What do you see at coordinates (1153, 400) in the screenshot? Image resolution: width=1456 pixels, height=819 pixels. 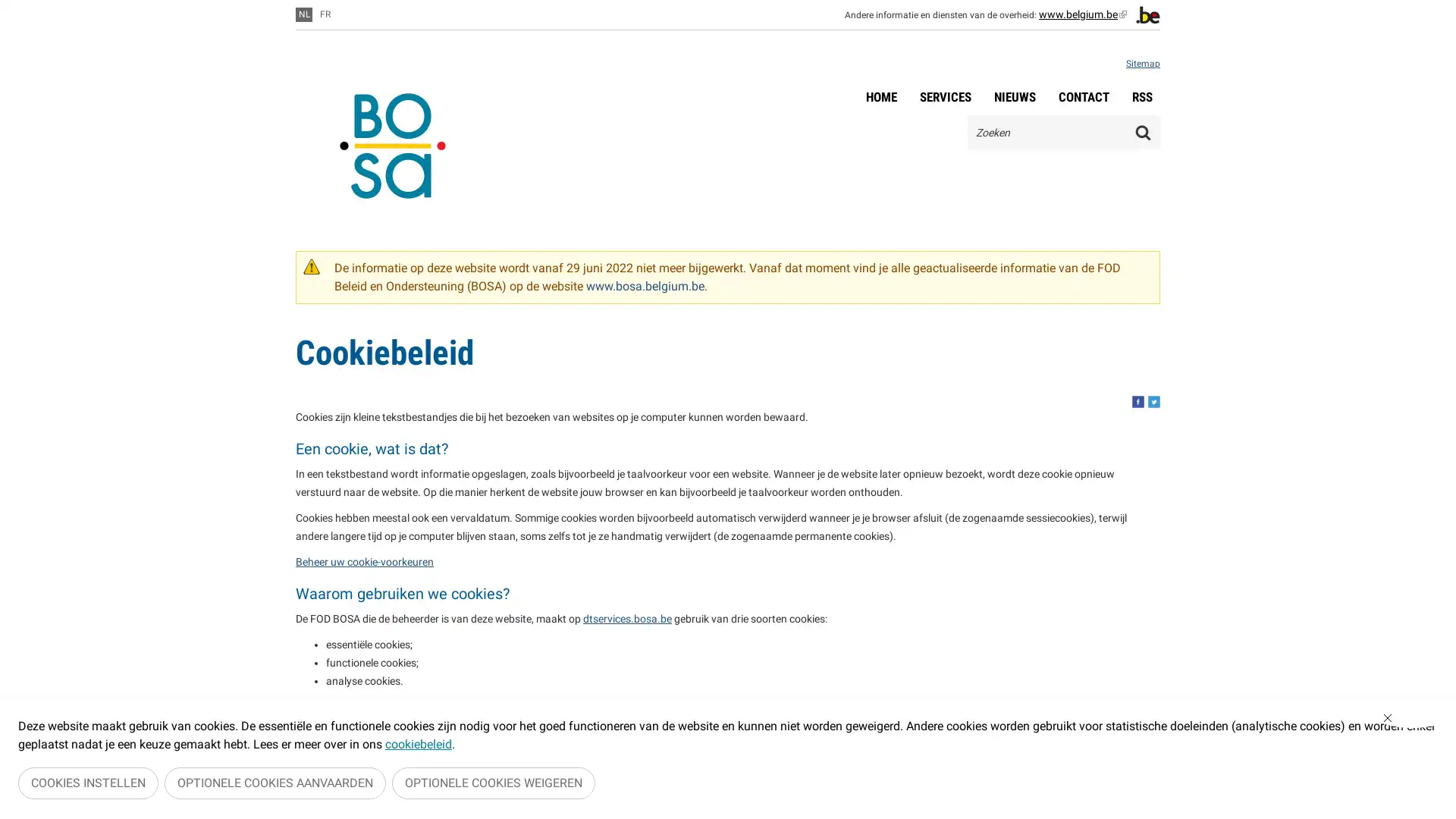 I see `Share this, twitter. This button opens a new window` at bounding box center [1153, 400].